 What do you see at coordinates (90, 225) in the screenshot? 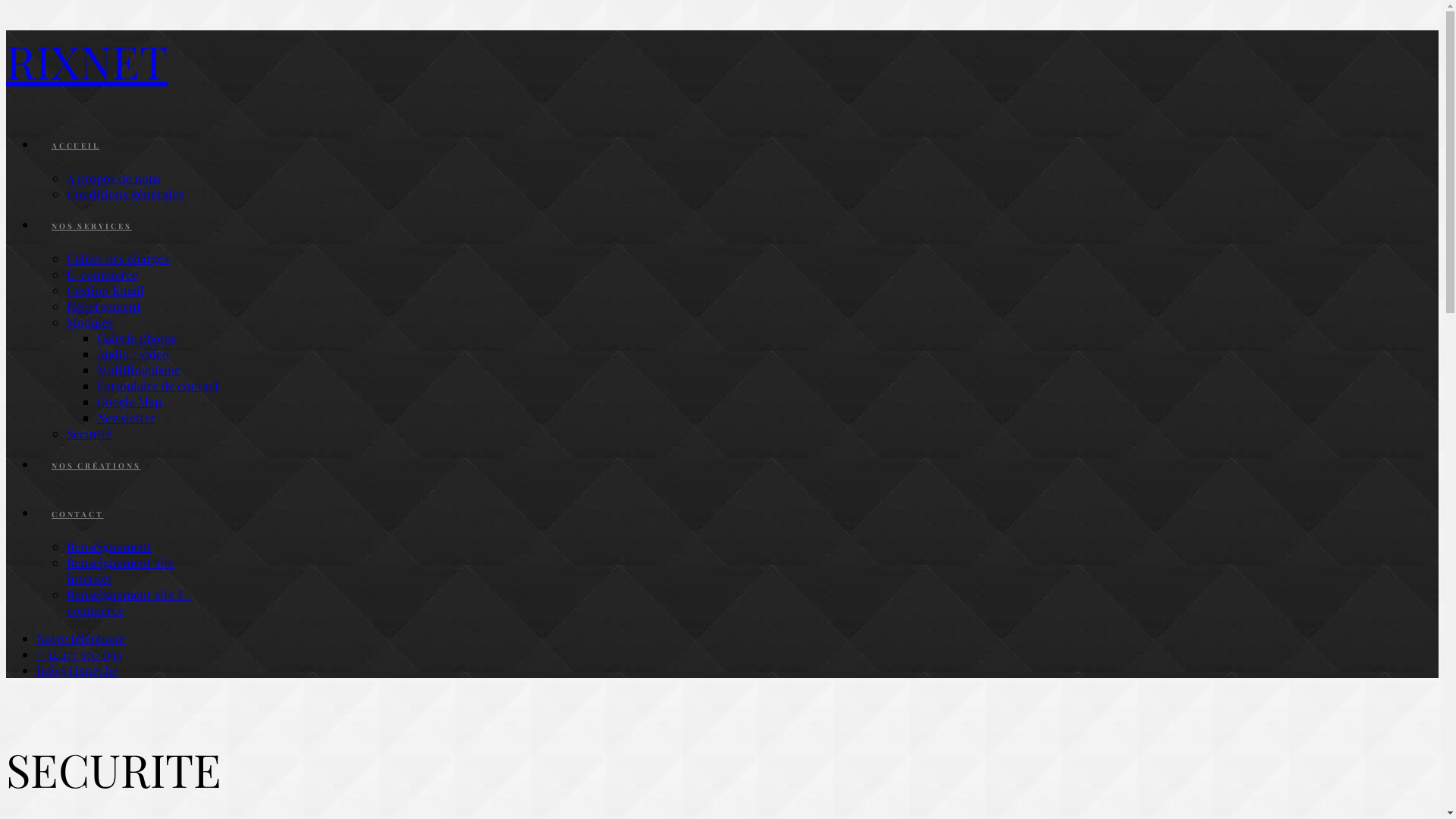
I see `'NOS SERVICES'` at bounding box center [90, 225].